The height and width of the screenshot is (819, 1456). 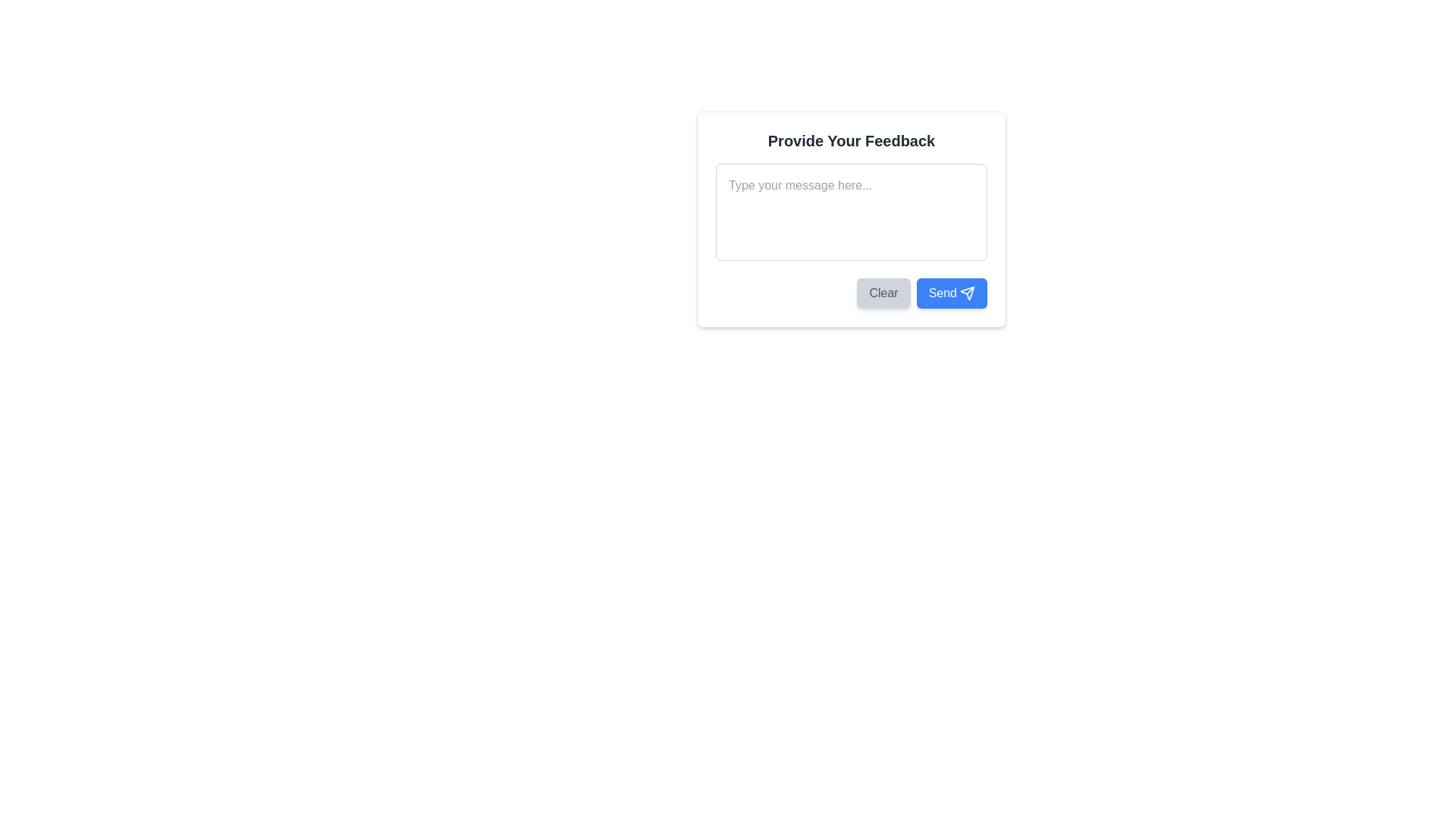 What do you see at coordinates (883, 293) in the screenshot?
I see `the 'Clear' button` at bounding box center [883, 293].